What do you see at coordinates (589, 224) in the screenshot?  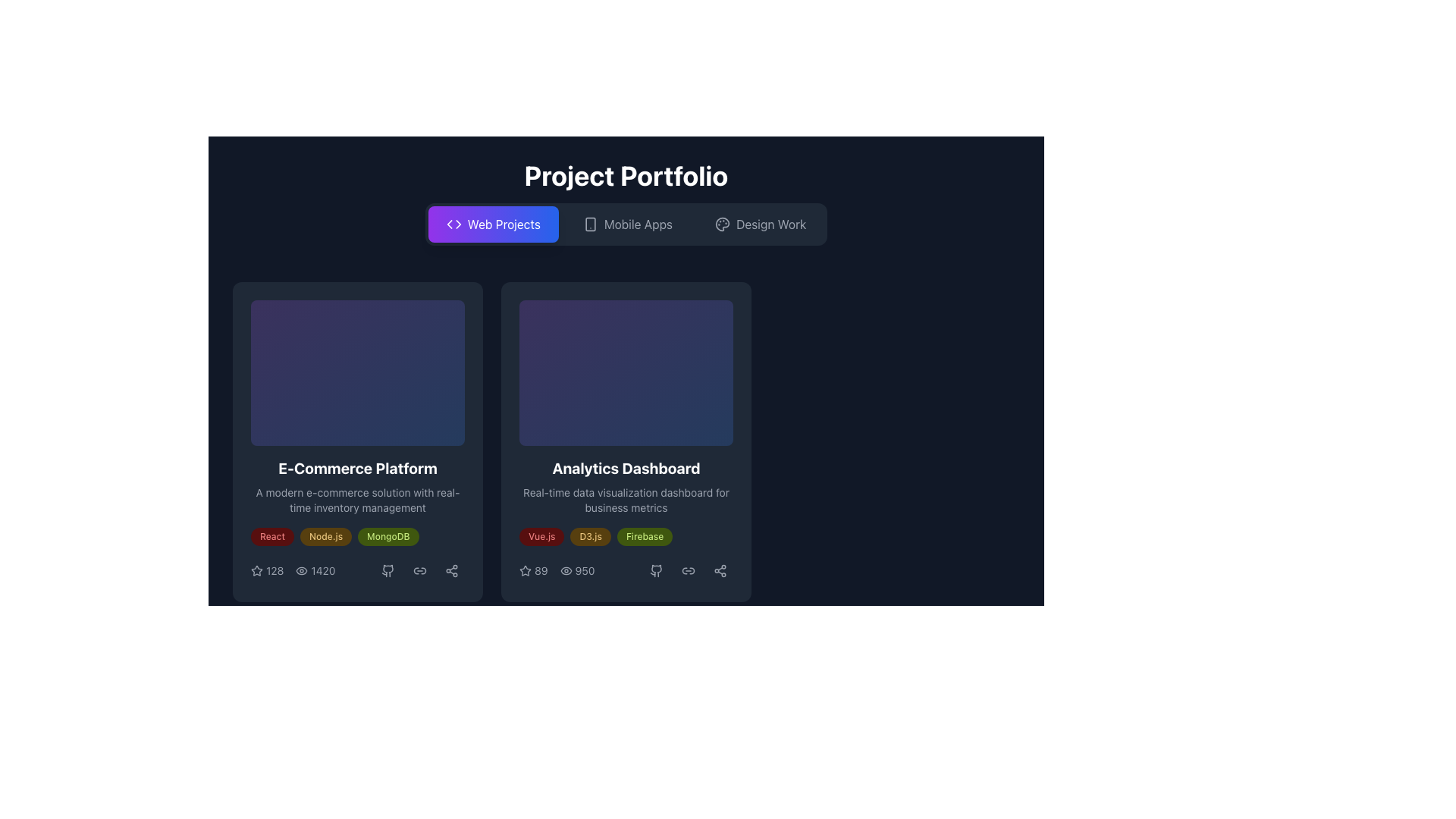 I see `the graphical representation of the 'Mobile Apps' project category icon, which is a part of an SVG element located centrally within the header bar` at bounding box center [589, 224].